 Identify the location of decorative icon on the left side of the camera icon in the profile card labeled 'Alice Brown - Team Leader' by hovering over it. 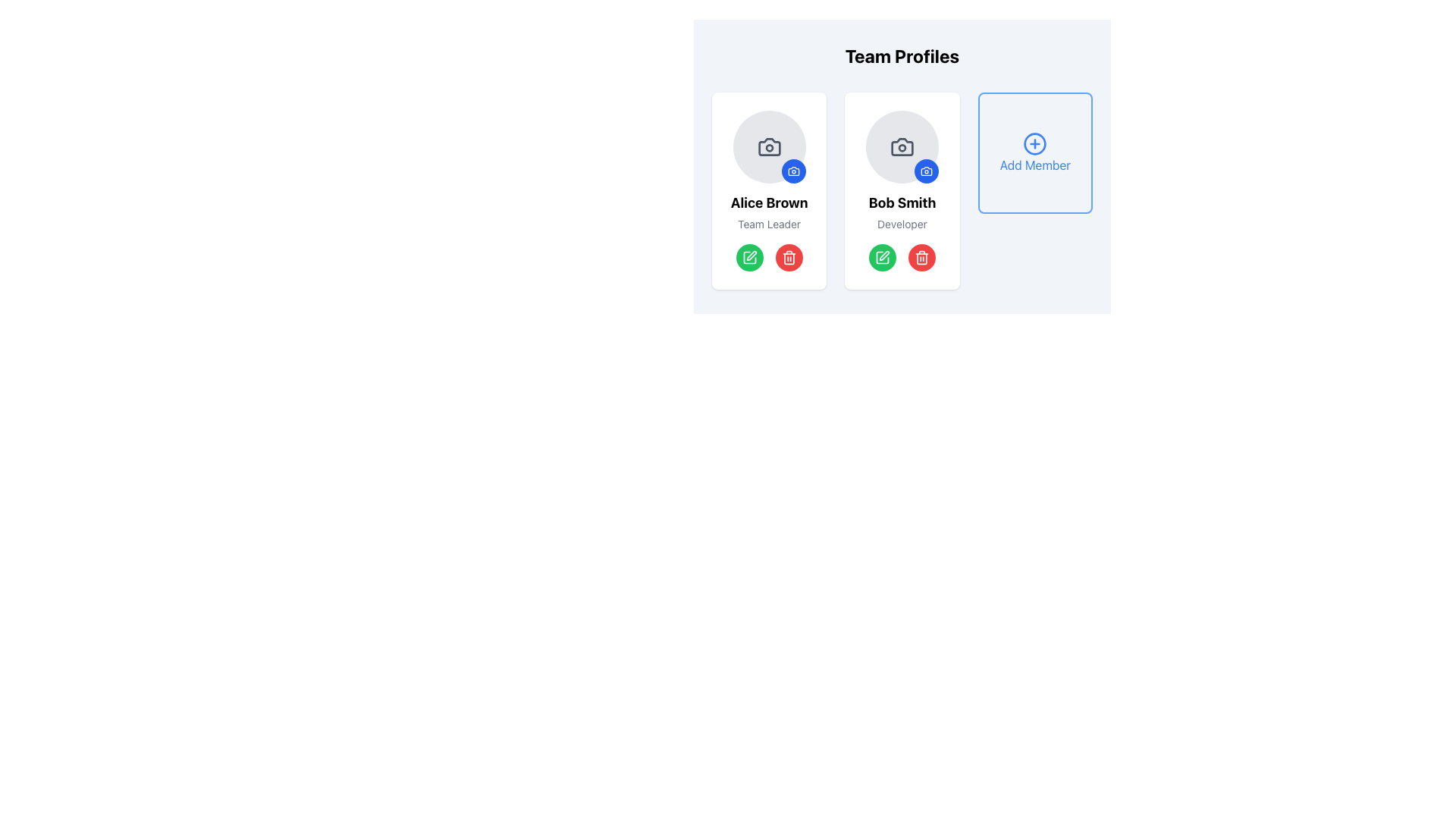
(792, 171).